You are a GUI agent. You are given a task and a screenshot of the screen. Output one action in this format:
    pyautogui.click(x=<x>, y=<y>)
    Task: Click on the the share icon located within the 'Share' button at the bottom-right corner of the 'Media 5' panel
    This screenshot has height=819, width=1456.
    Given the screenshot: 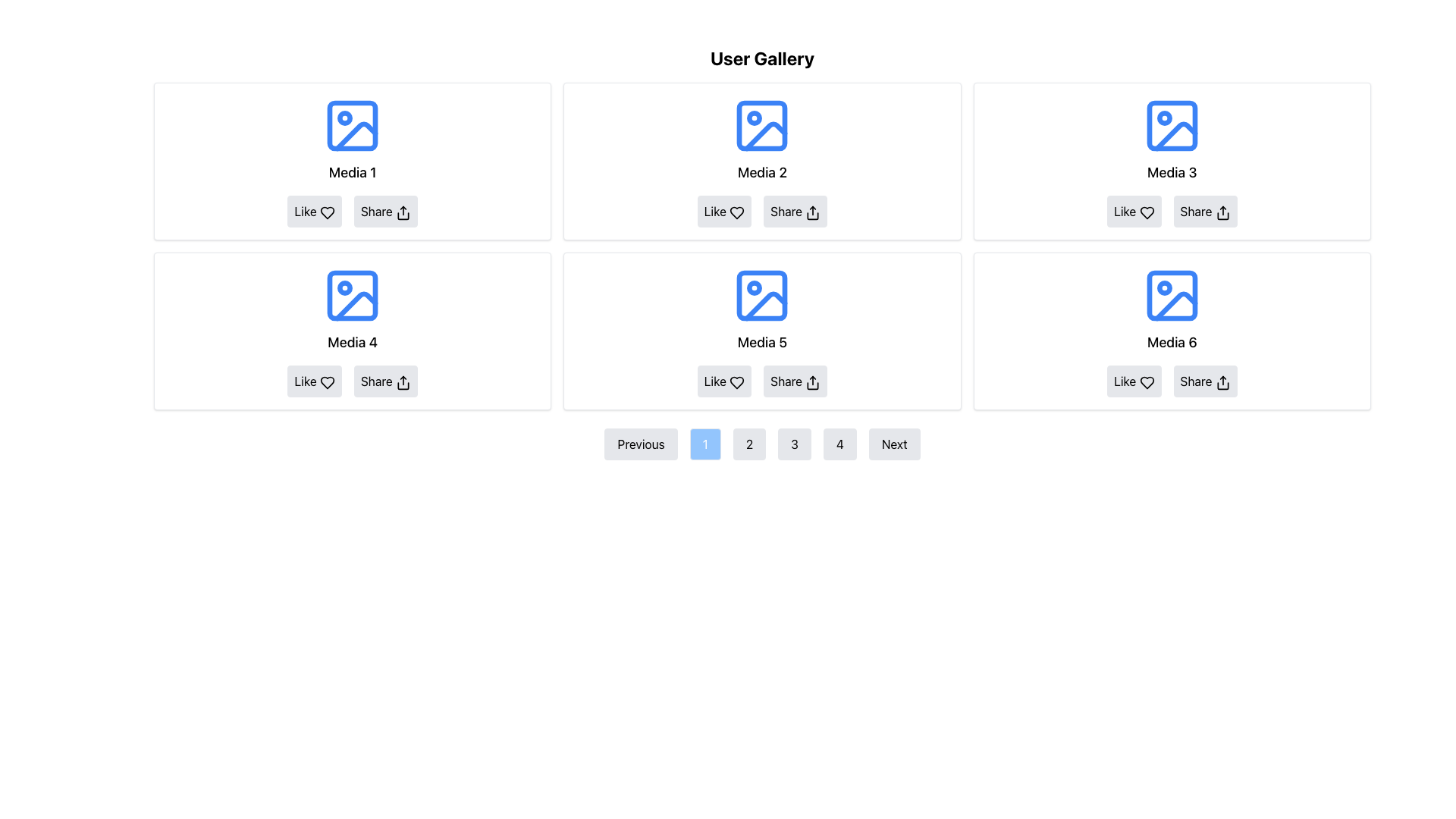 What is the action you would take?
    pyautogui.click(x=811, y=381)
    